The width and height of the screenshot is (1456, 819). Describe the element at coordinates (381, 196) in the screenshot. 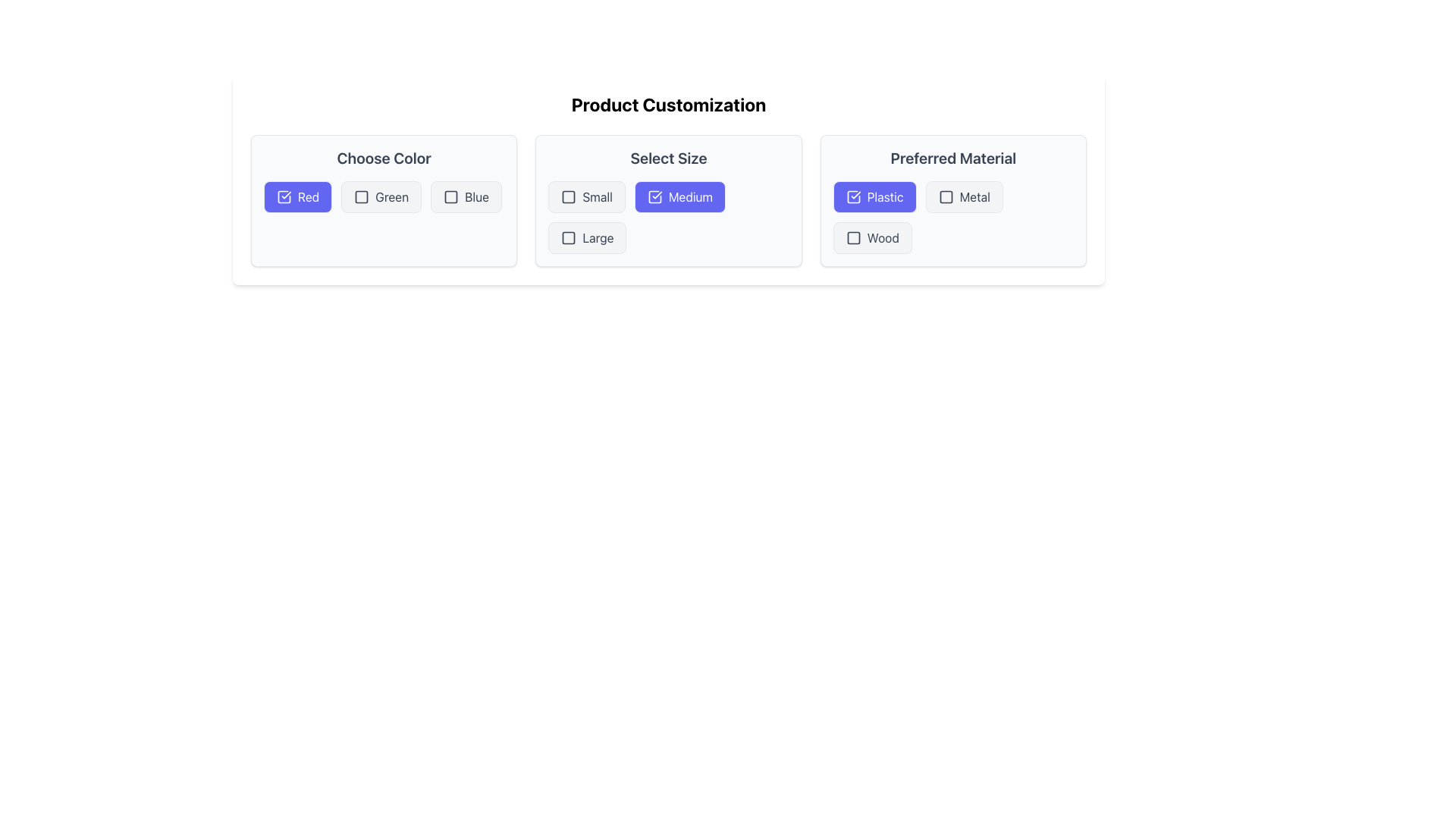

I see `the selectable button labeled 'Green' with a checkbox` at that location.